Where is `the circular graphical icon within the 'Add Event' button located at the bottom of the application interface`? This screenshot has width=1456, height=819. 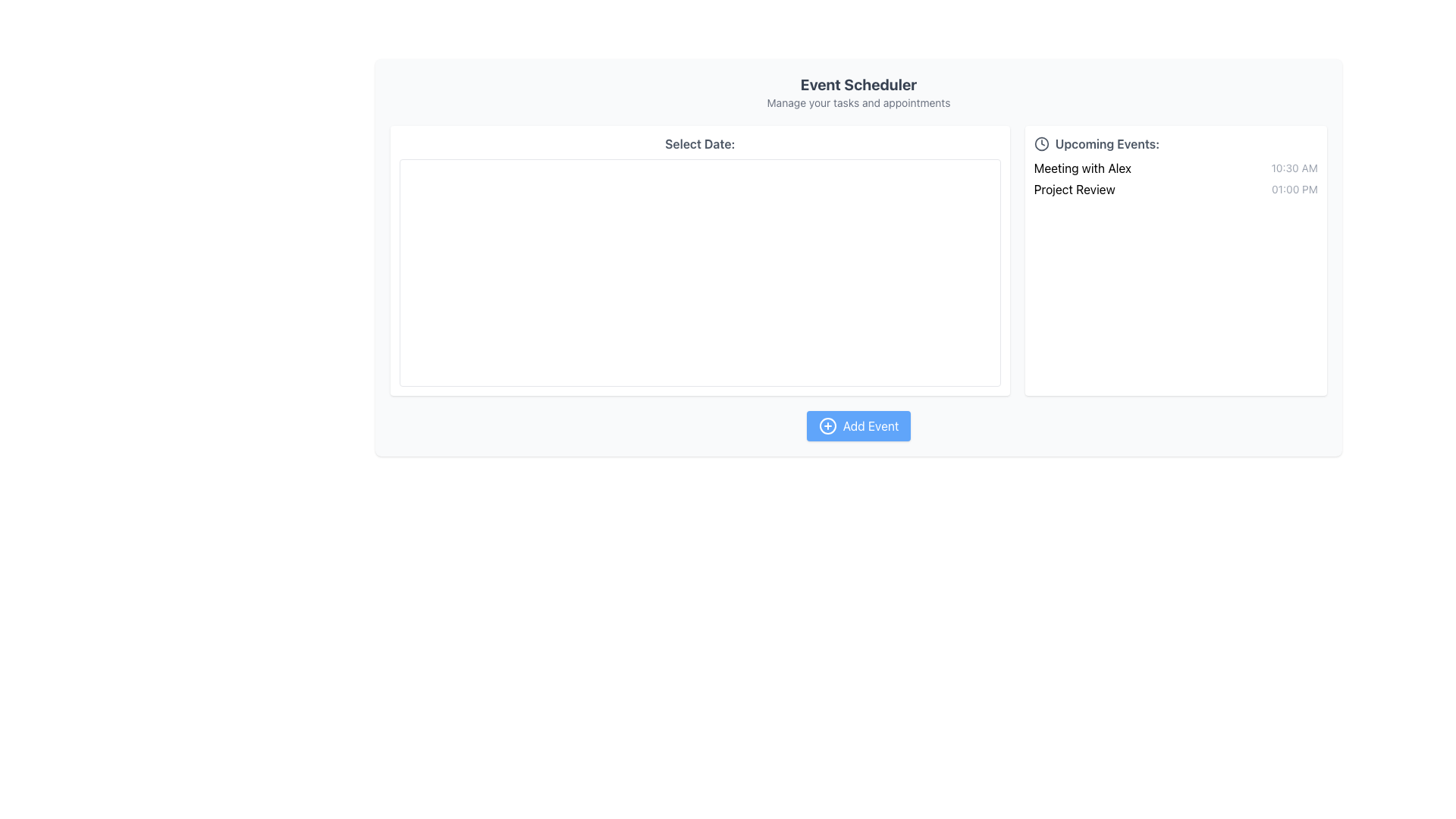
the circular graphical icon within the 'Add Event' button located at the bottom of the application interface is located at coordinates (827, 426).